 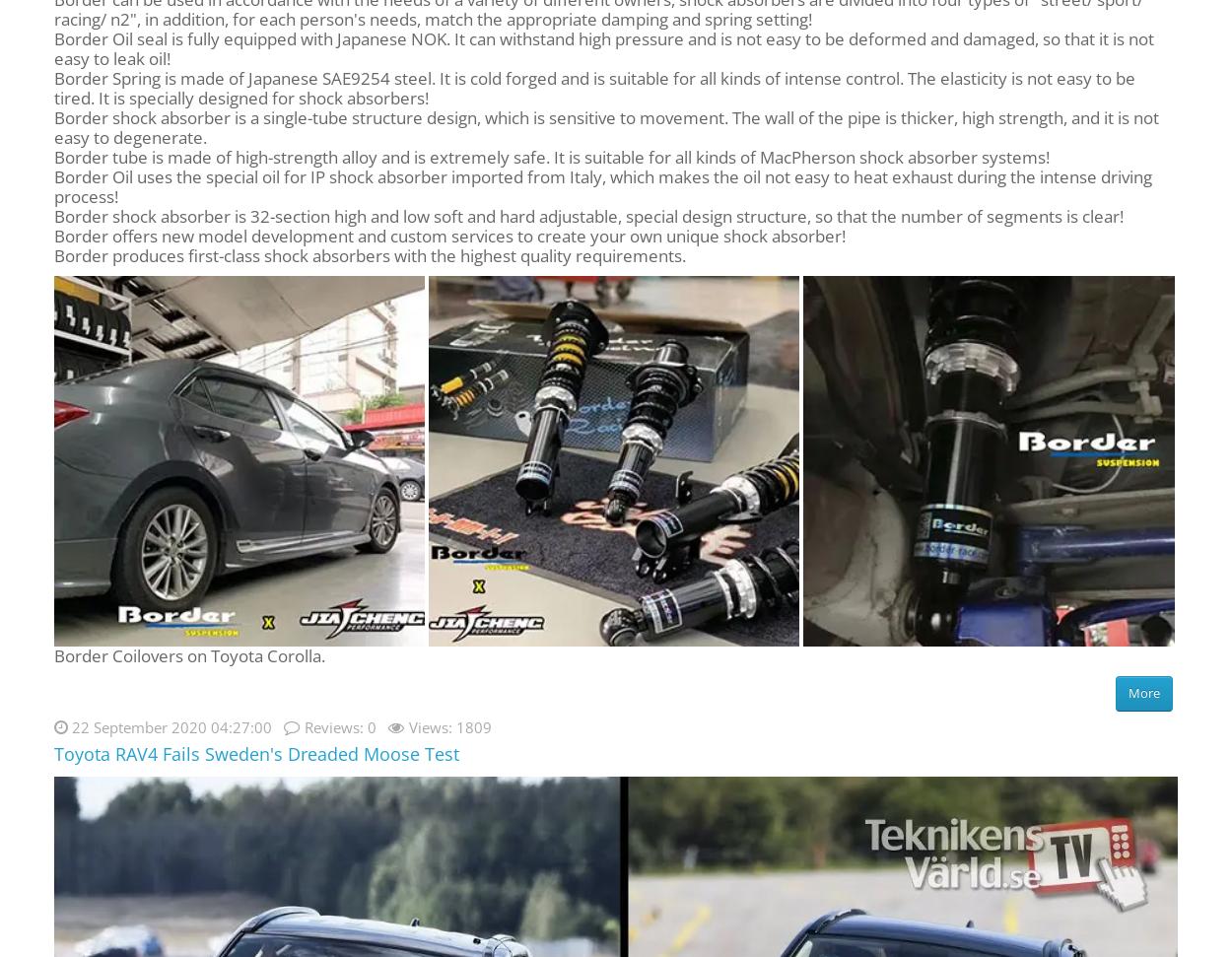 What do you see at coordinates (54, 126) in the screenshot?
I see `'Border shock absorber is a single-tube structure design, which is sensitive to movement. The wall of the pipe is thicker, high strength, and it is not easy to degenerate.'` at bounding box center [54, 126].